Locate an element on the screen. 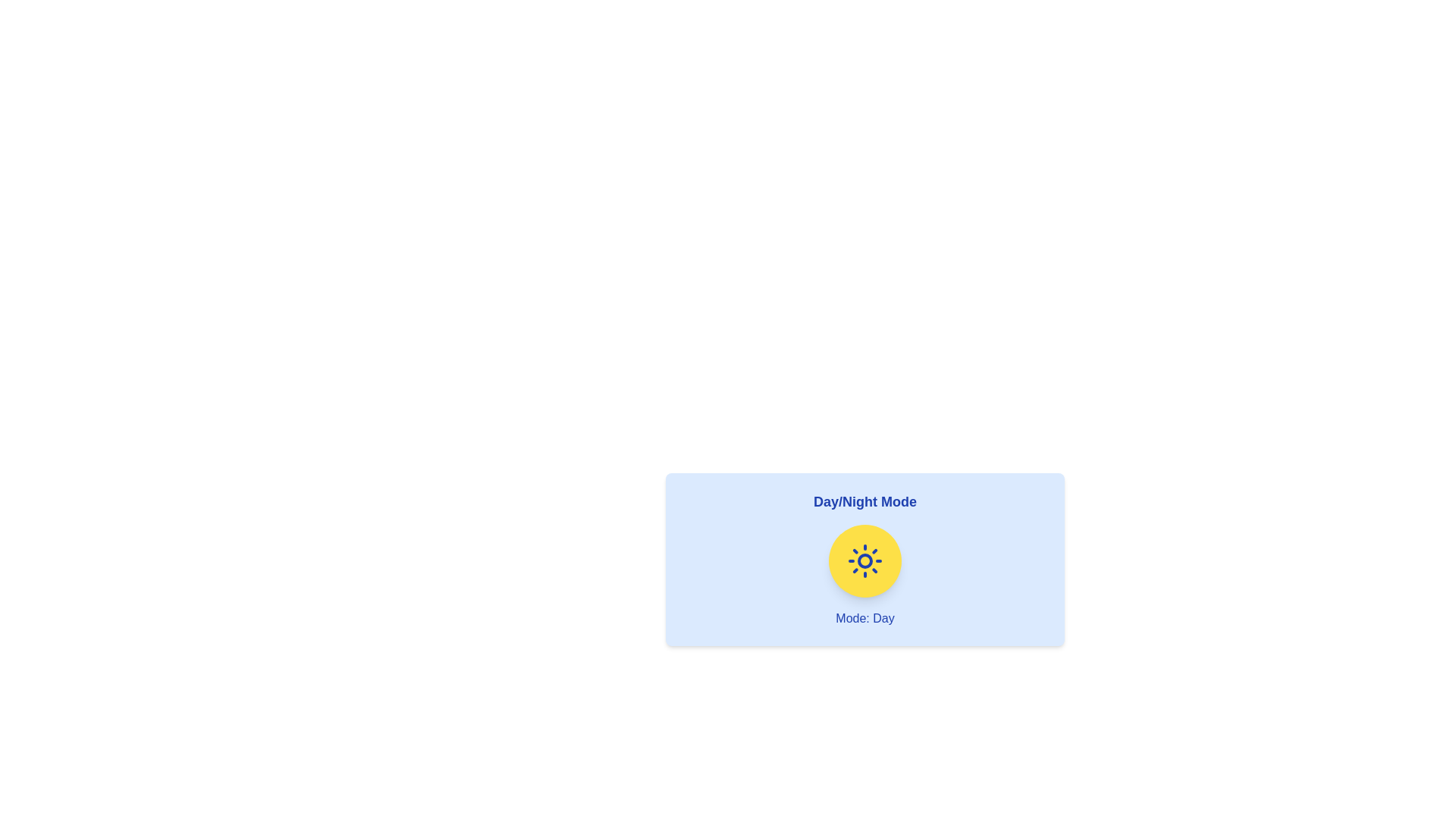 The image size is (1456, 819). toggle button to switch between Day and Night modes is located at coordinates (865, 561).